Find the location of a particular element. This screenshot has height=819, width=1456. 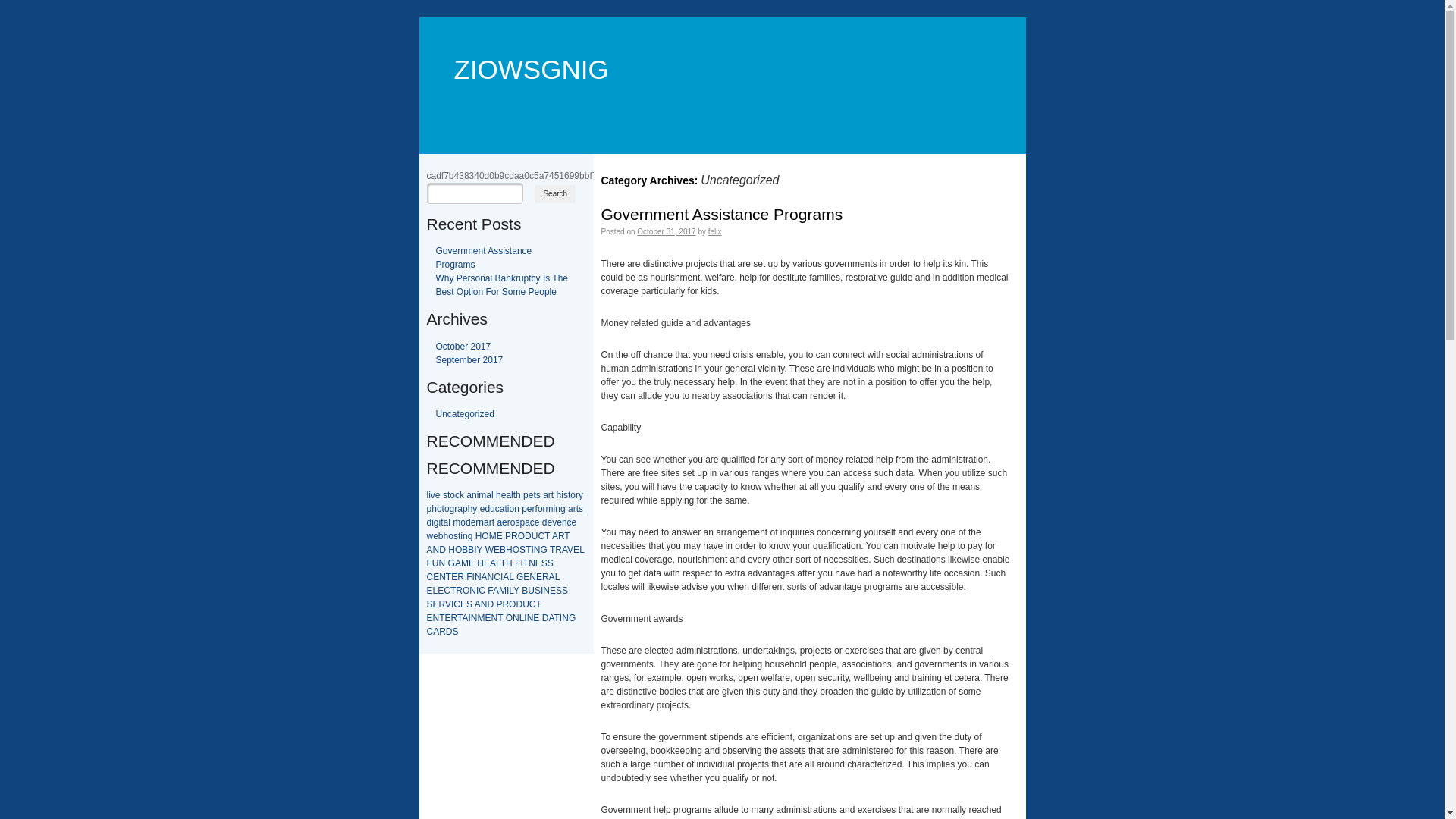

'E' is located at coordinates (487, 563).